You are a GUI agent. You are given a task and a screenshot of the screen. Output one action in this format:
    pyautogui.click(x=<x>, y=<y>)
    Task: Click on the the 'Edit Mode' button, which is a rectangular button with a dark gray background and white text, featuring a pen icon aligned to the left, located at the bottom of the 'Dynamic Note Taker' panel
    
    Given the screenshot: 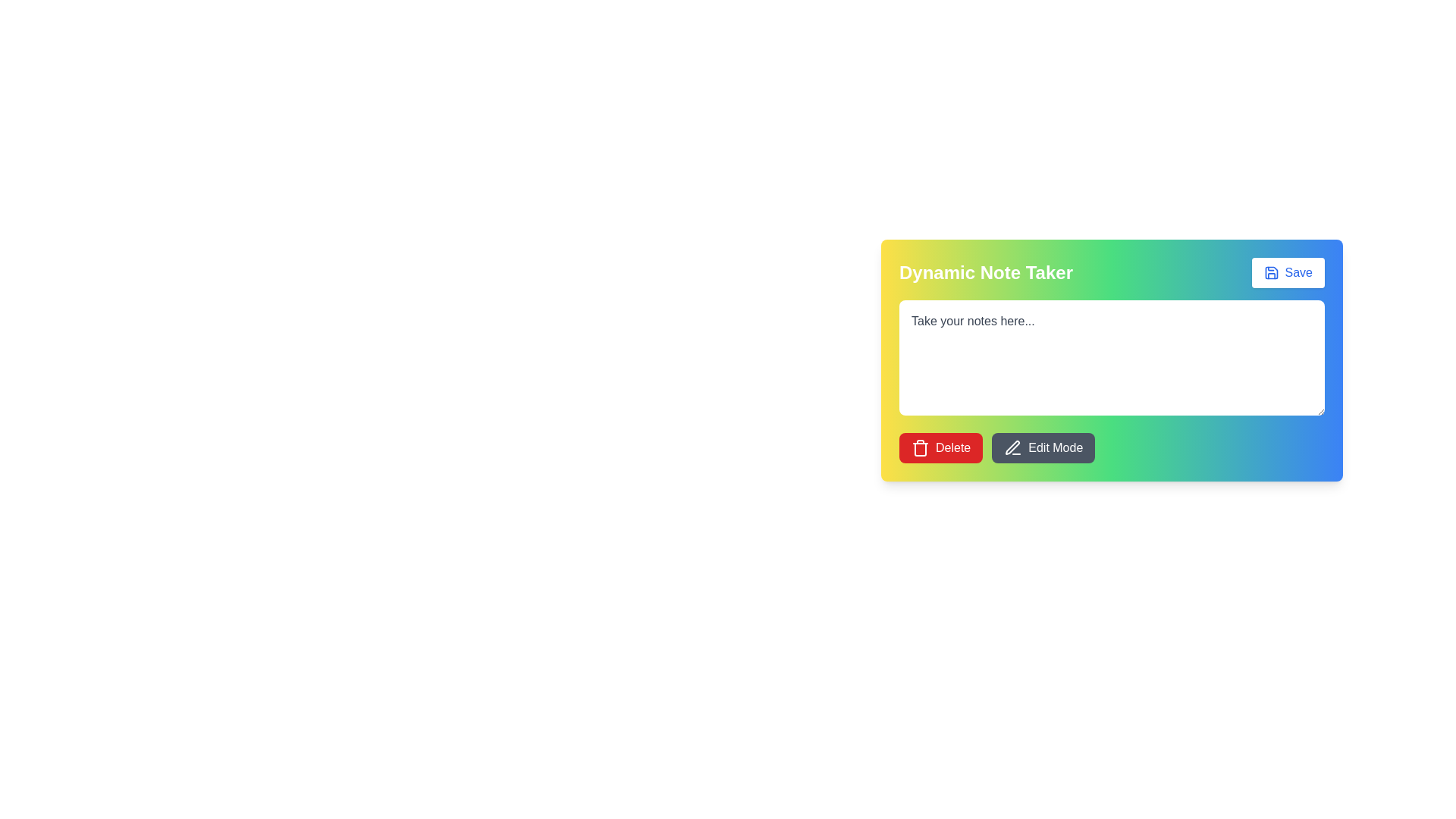 What is the action you would take?
    pyautogui.click(x=1043, y=447)
    